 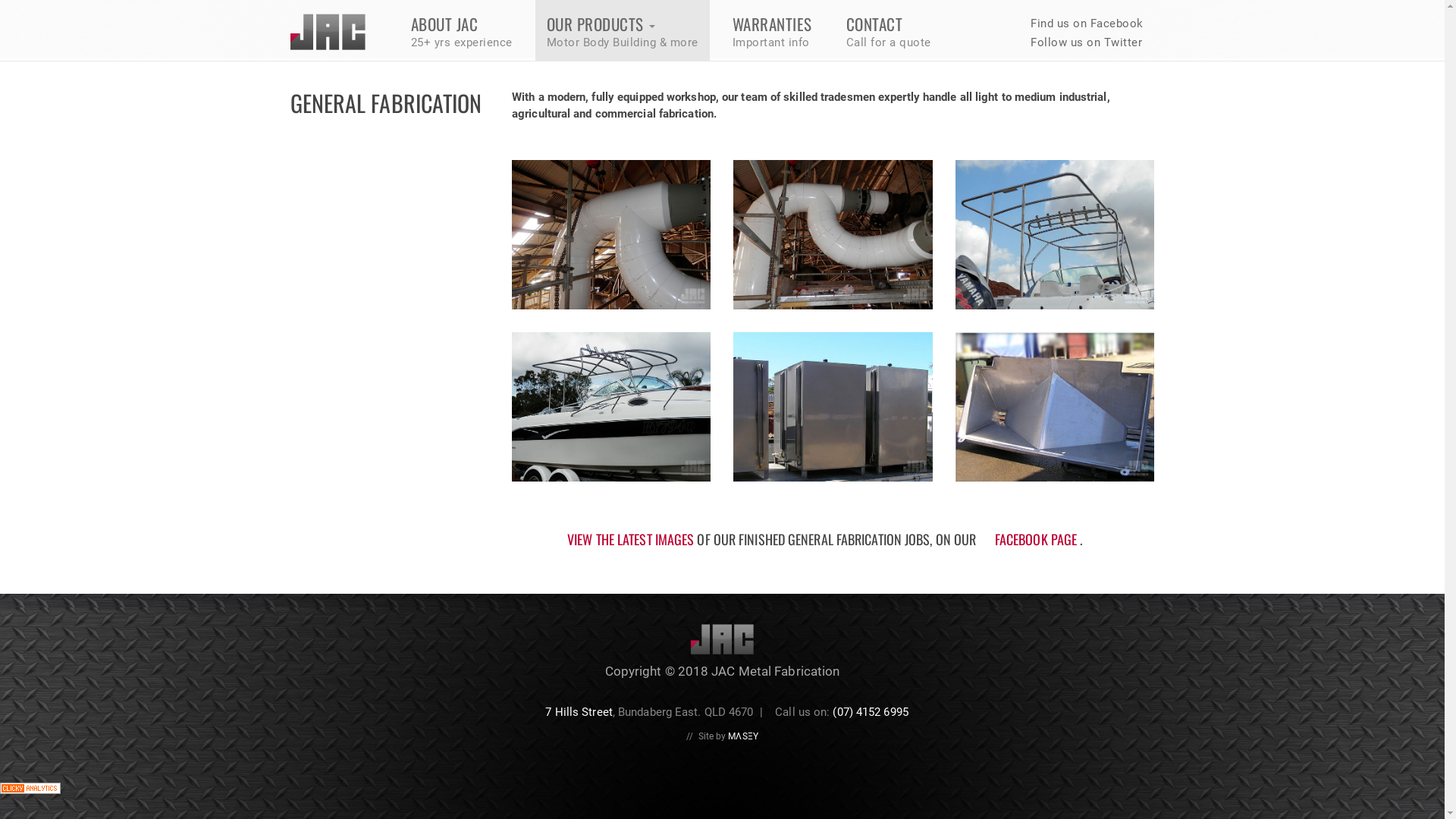 What do you see at coordinates (870, 711) in the screenshot?
I see `'(07) 4152 6995'` at bounding box center [870, 711].